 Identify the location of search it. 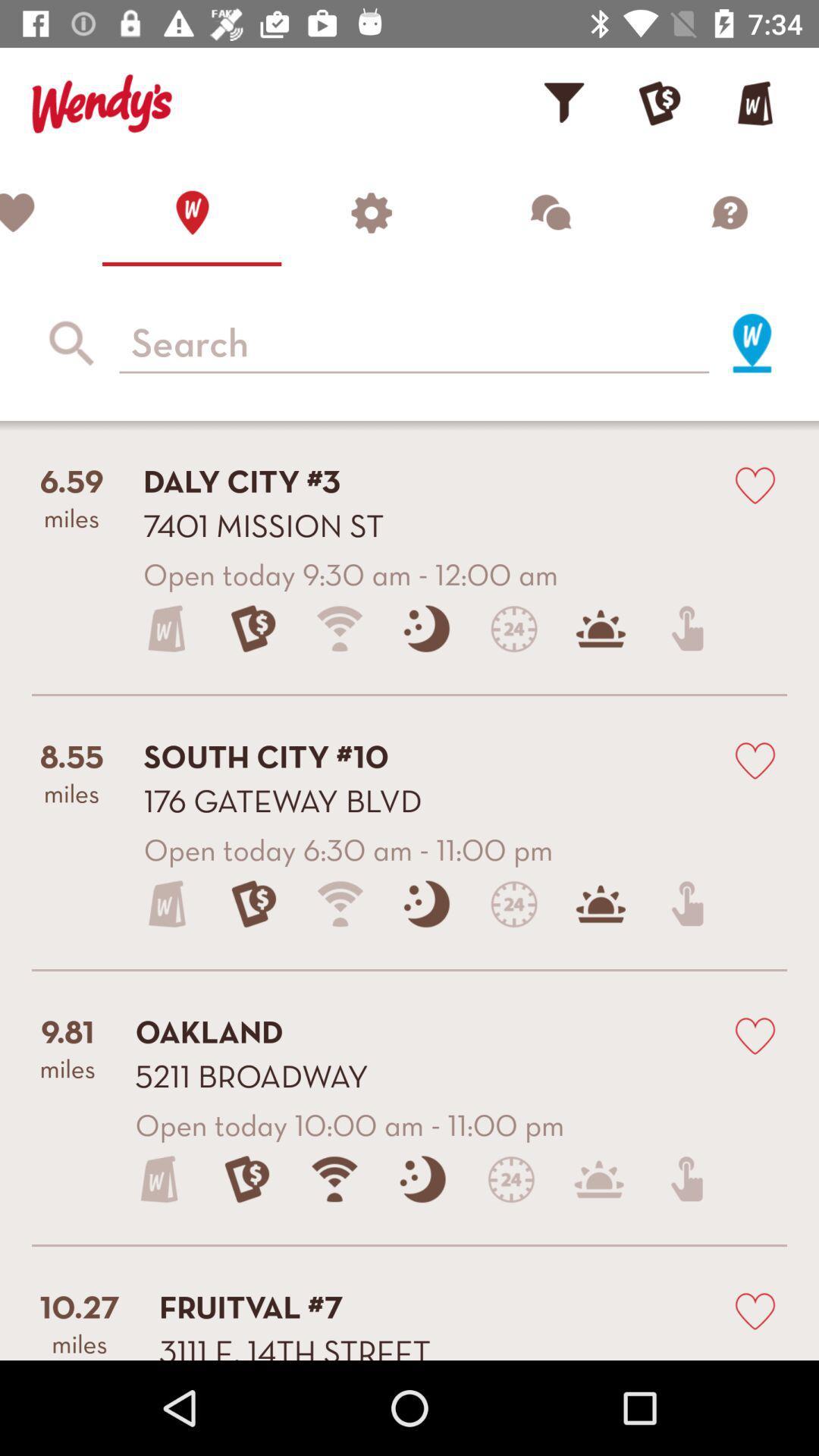
(752, 342).